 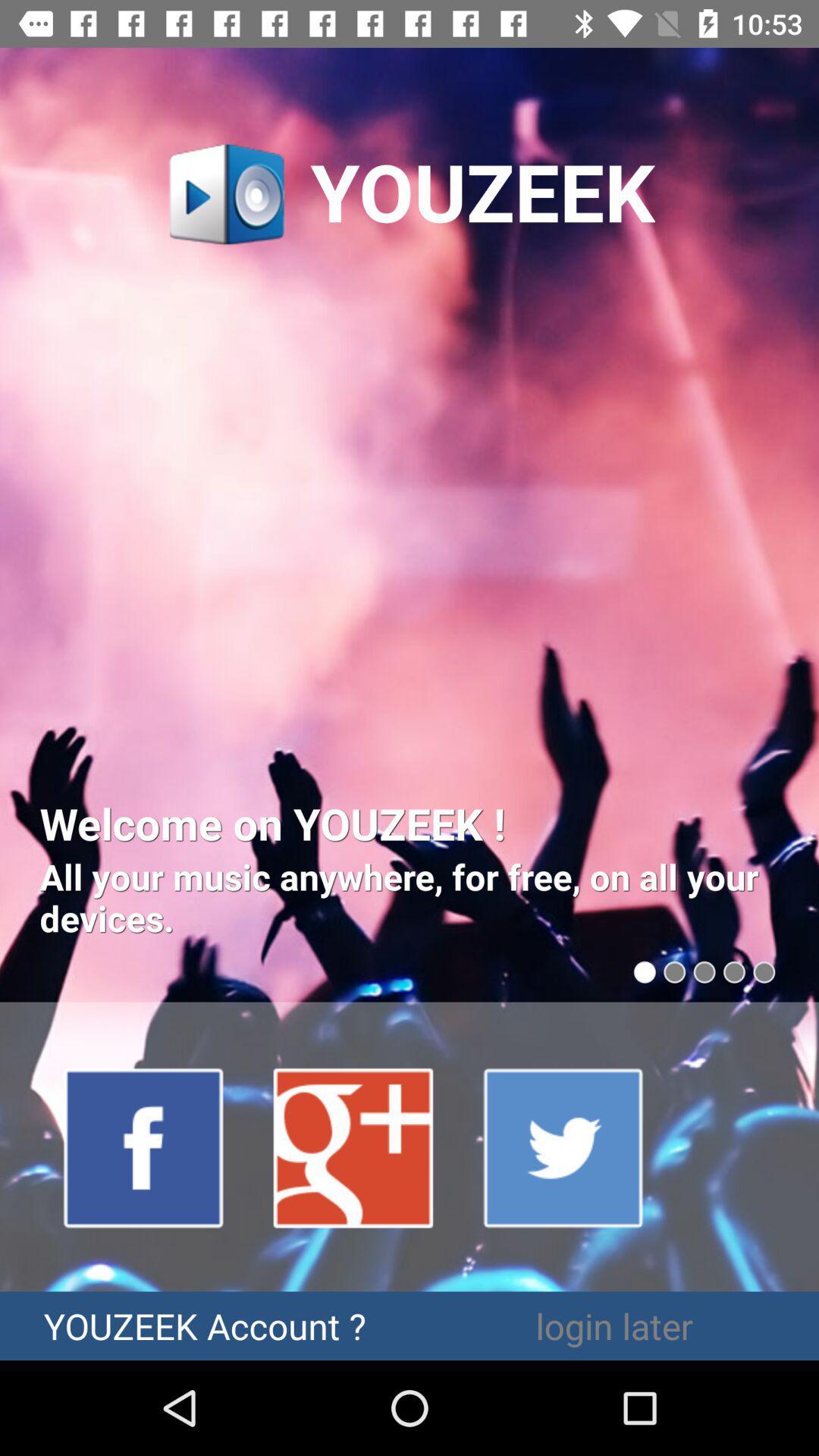 I want to click on item below all your music icon, so click(x=144, y=1147).